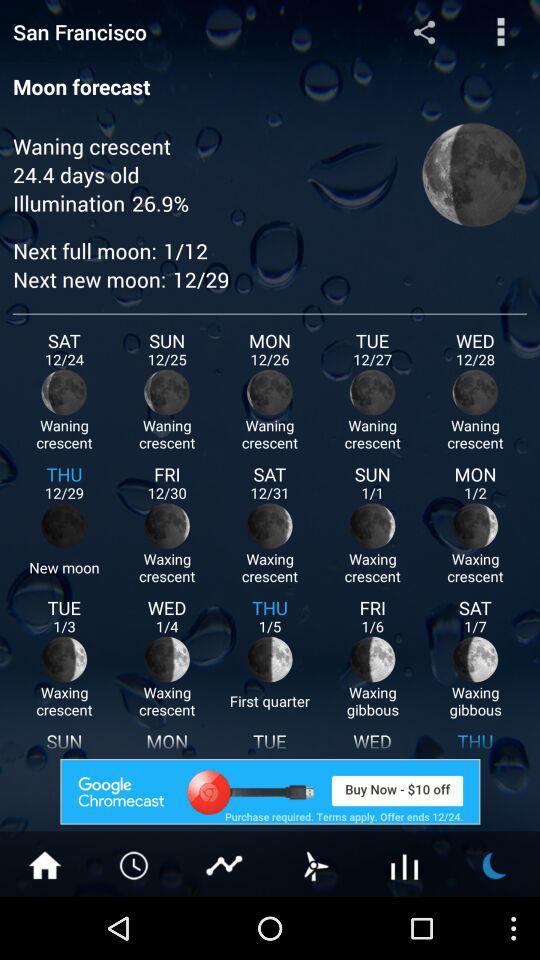 Image resolution: width=540 pixels, height=960 pixels. I want to click on history, so click(135, 863).